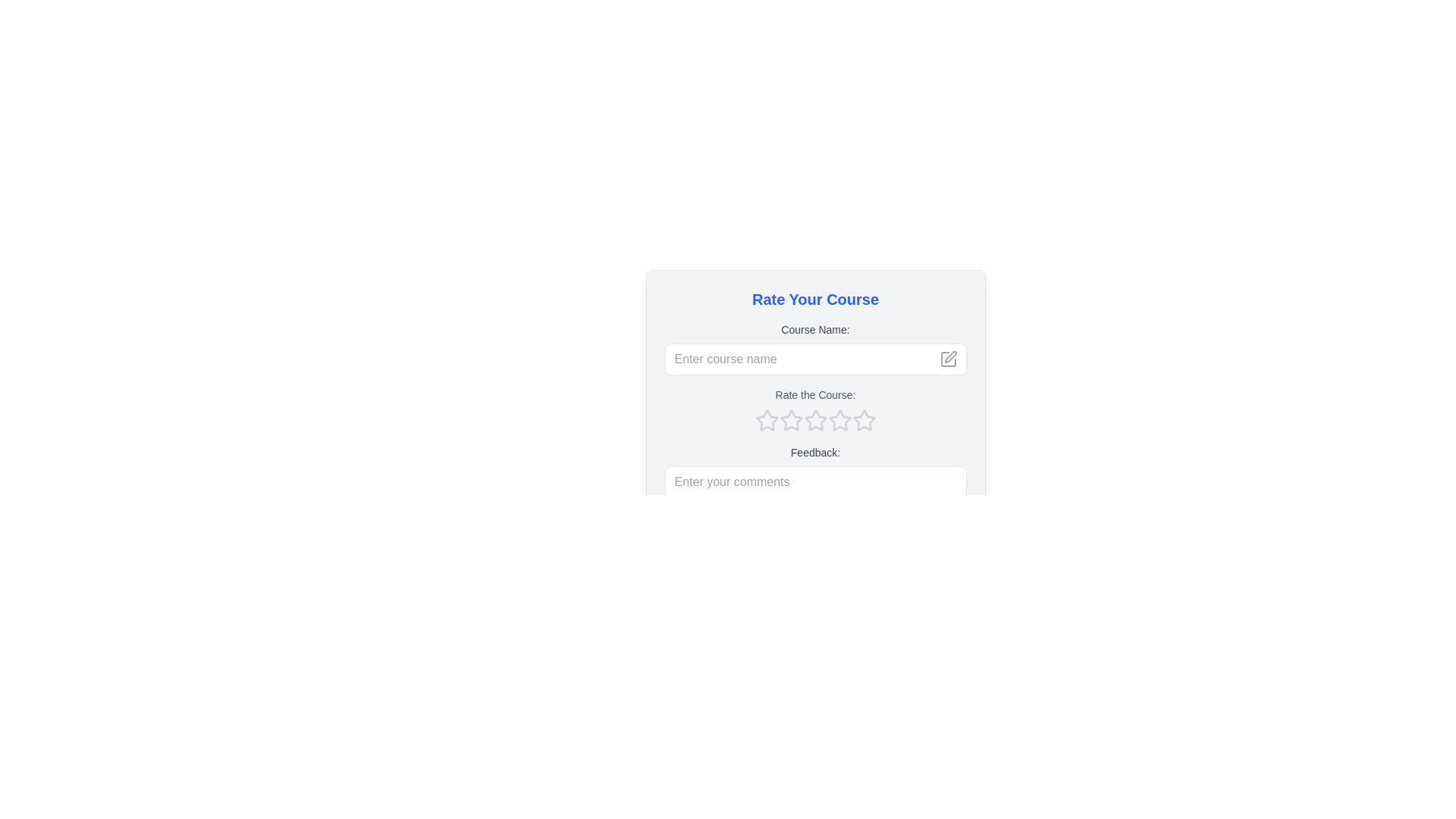  Describe the element at coordinates (839, 420) in the screenshot. I see `the third star icon in the row of five rating stars` at that location.